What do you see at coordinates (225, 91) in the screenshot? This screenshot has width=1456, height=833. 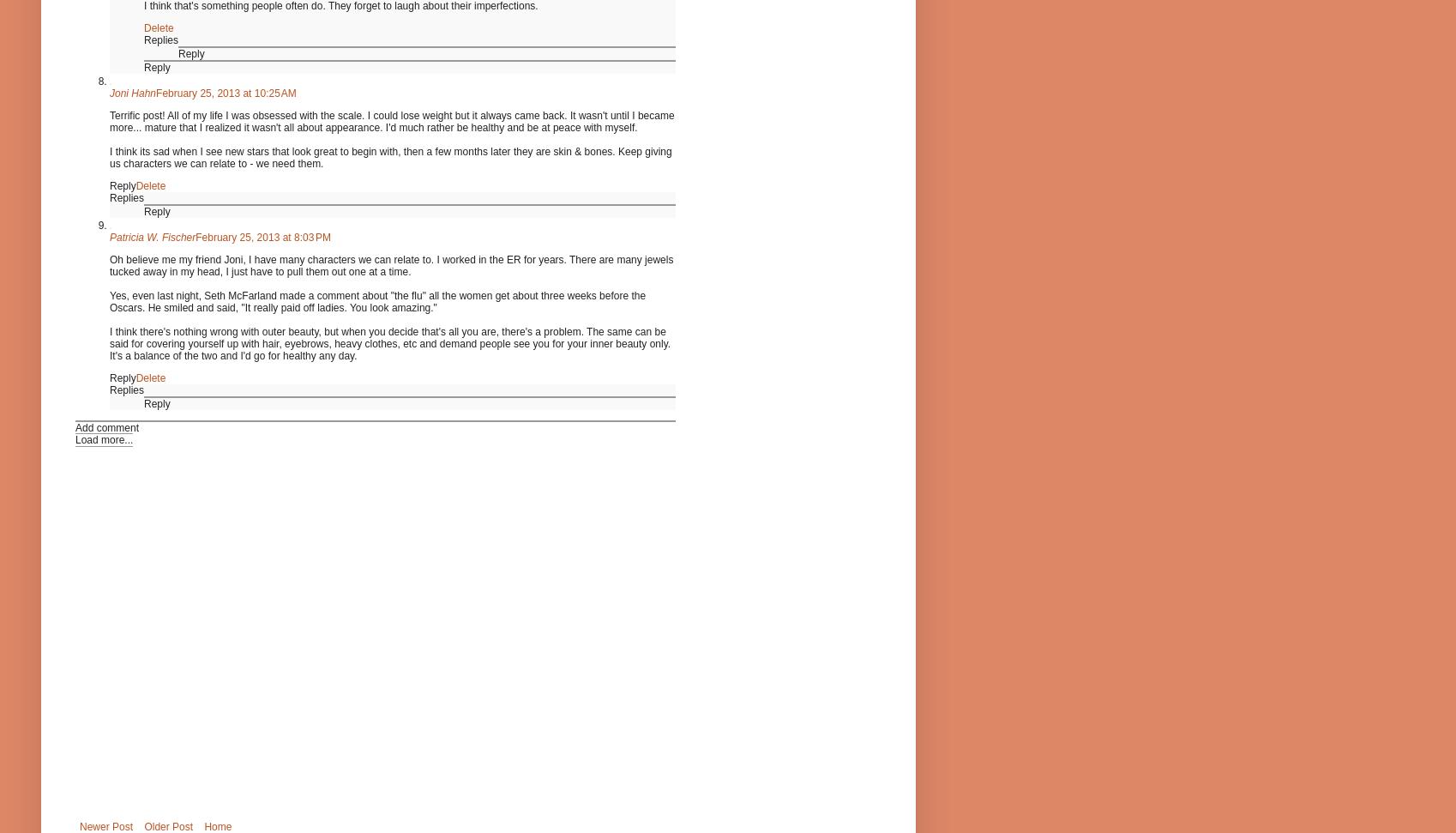 I see `'February 25, 2013 at 10:25 AM'` at bounding box center [225, 91].